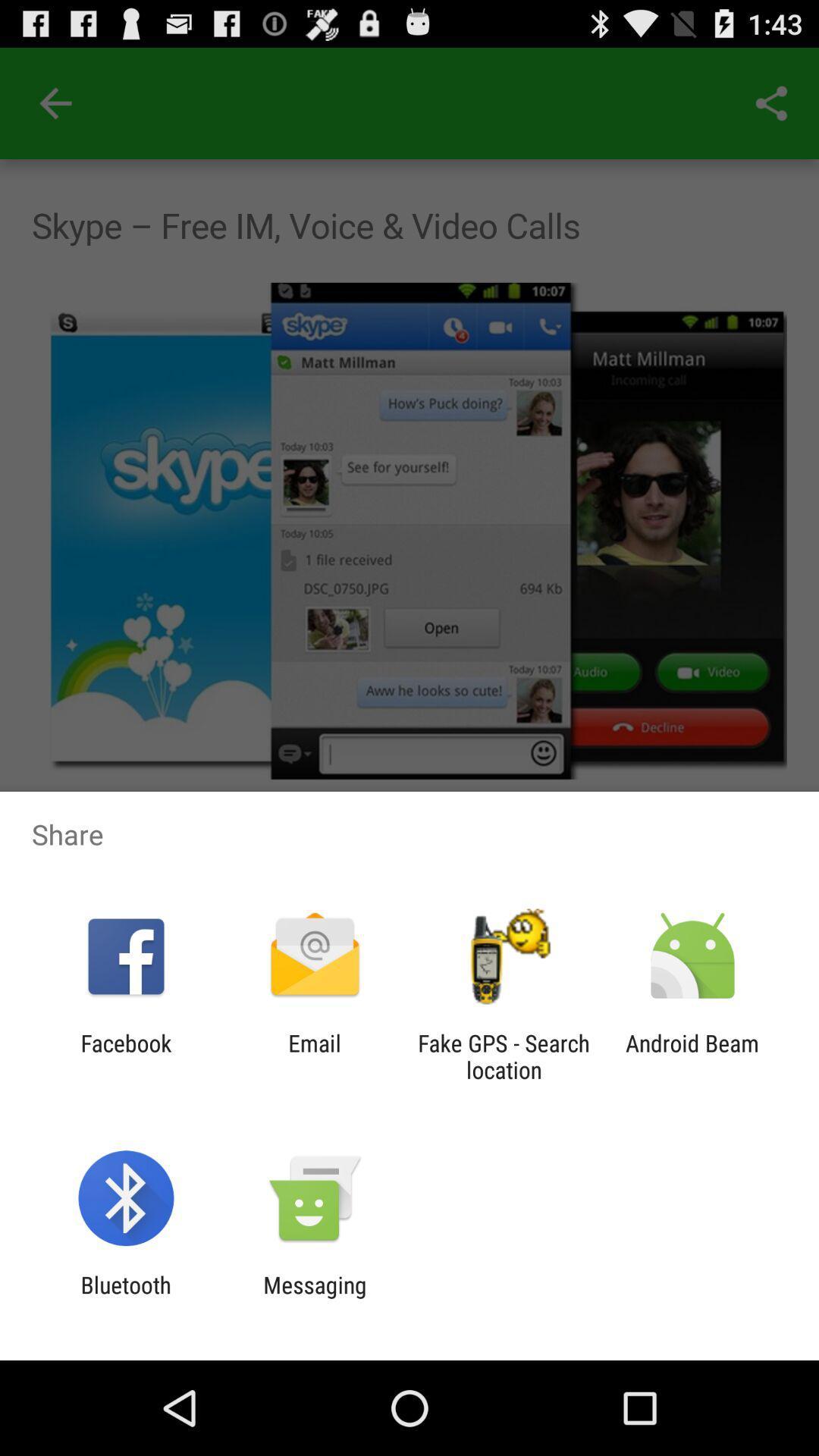 The width and height of the screenshot is (819, 1456). I want to click on the app next to bluetooth app, so click(314, 1298).